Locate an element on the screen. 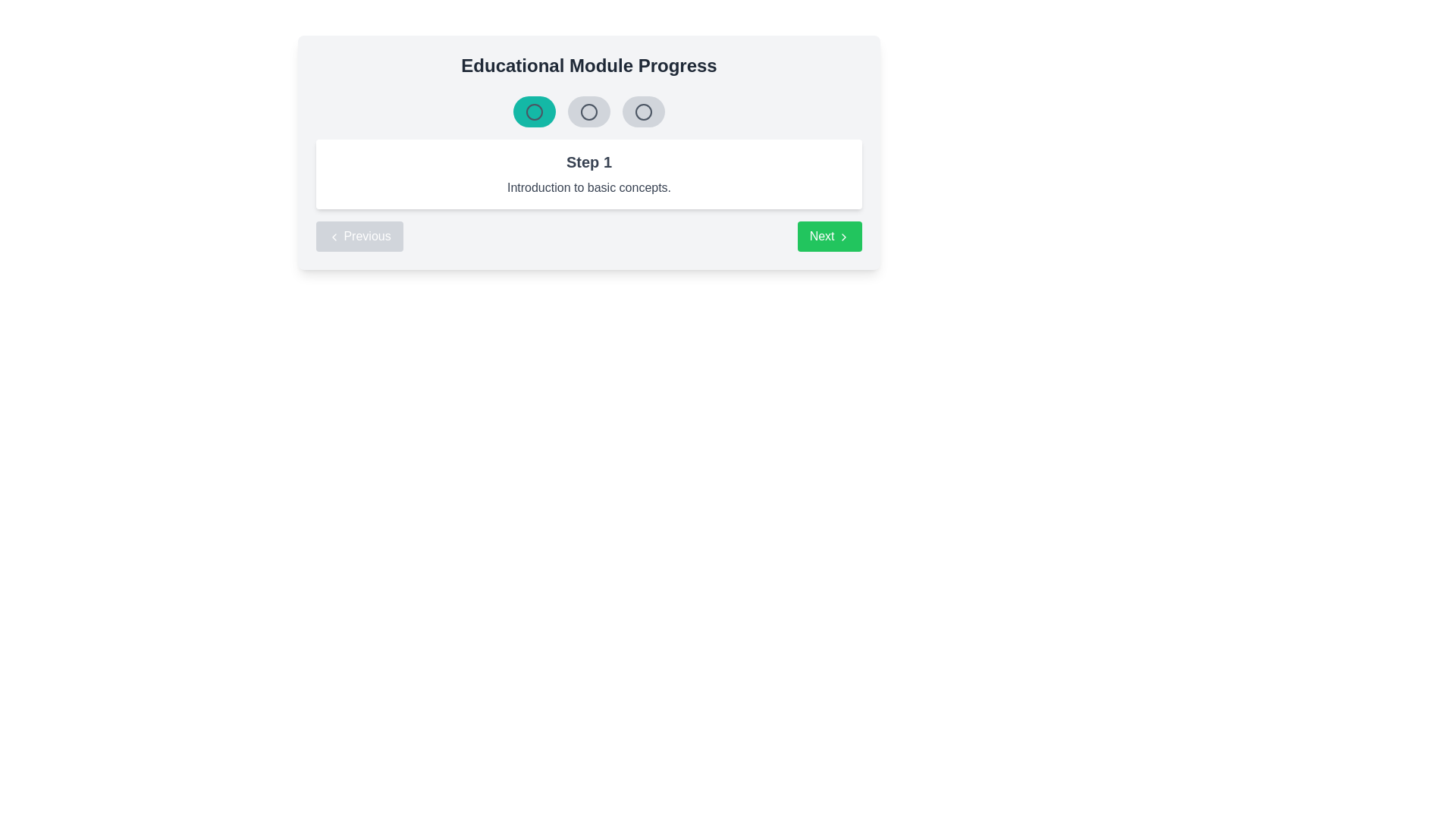  the circular Progress indicator button with a light gray background and dark gray border, which is the second button in a row of three at the top center of the interface is located at coordinates (588, 110).